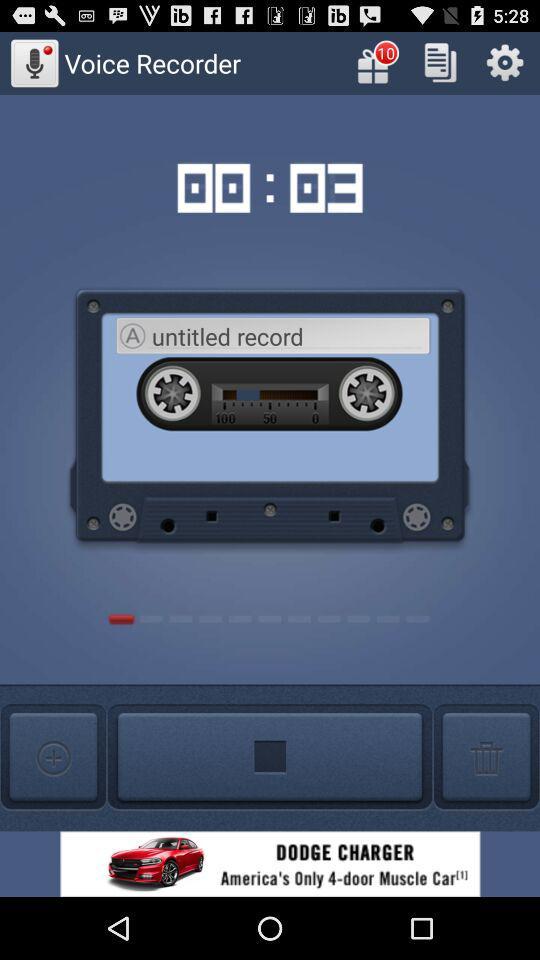 Image resolution: width=540 pixels, height=960 pixels. What do you see at coordinates (504, 62) in the screenshot?
I see `click the settings option` at bounding box center [504, 62].